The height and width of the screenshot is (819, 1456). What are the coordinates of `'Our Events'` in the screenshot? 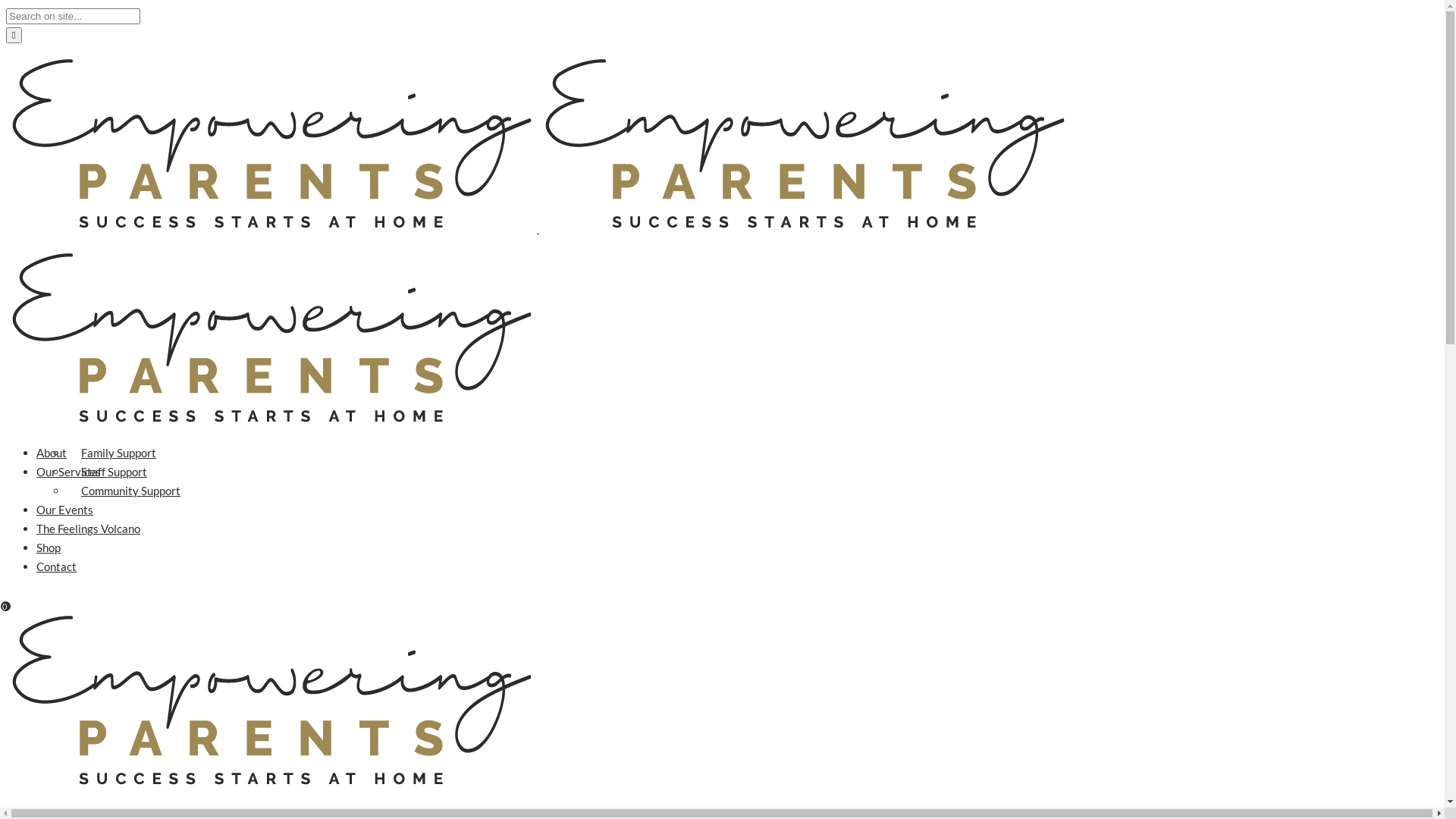 It's located at (36, 509).